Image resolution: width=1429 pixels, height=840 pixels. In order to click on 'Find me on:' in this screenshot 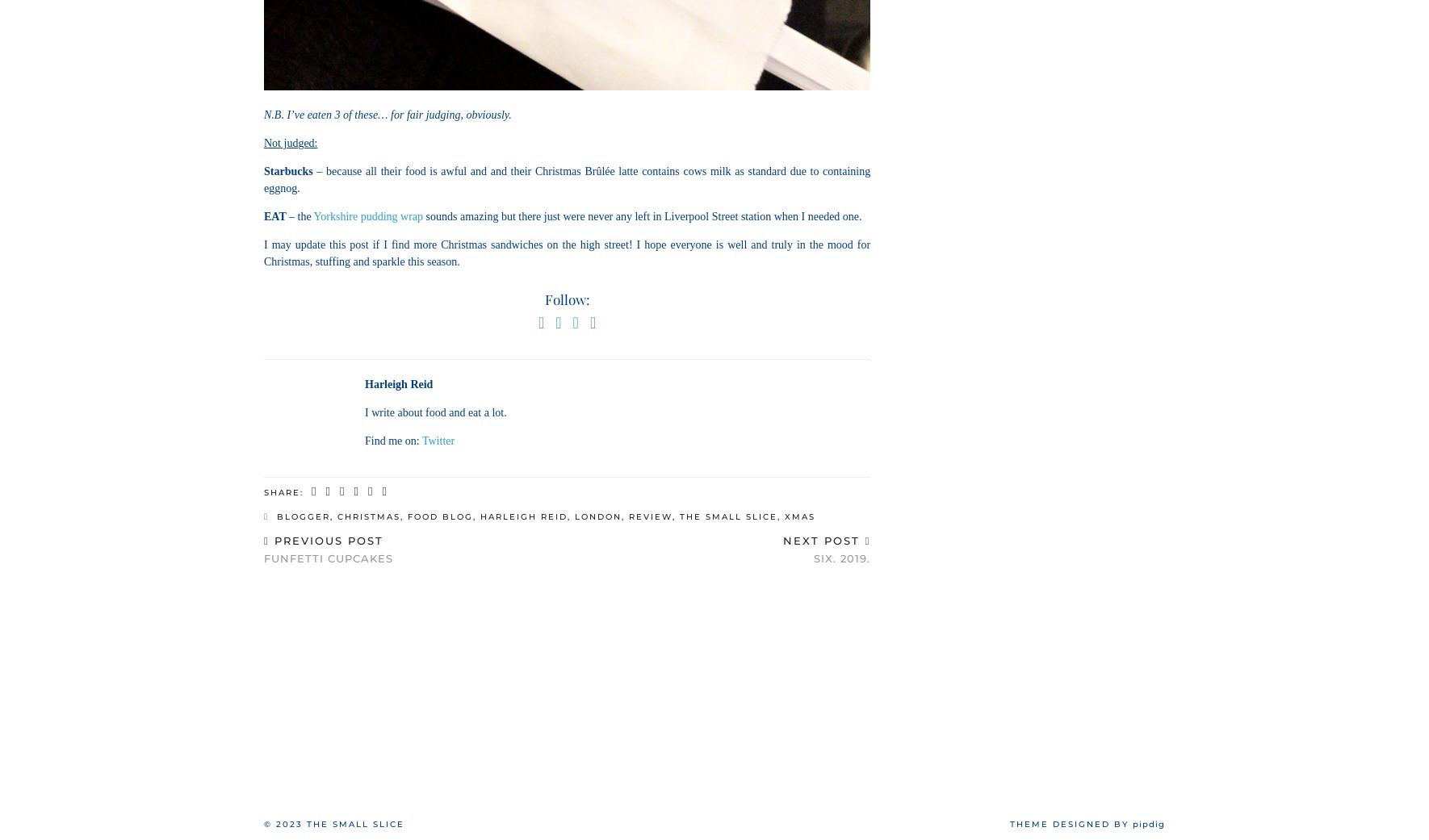, I will do `click(392, 440)`.